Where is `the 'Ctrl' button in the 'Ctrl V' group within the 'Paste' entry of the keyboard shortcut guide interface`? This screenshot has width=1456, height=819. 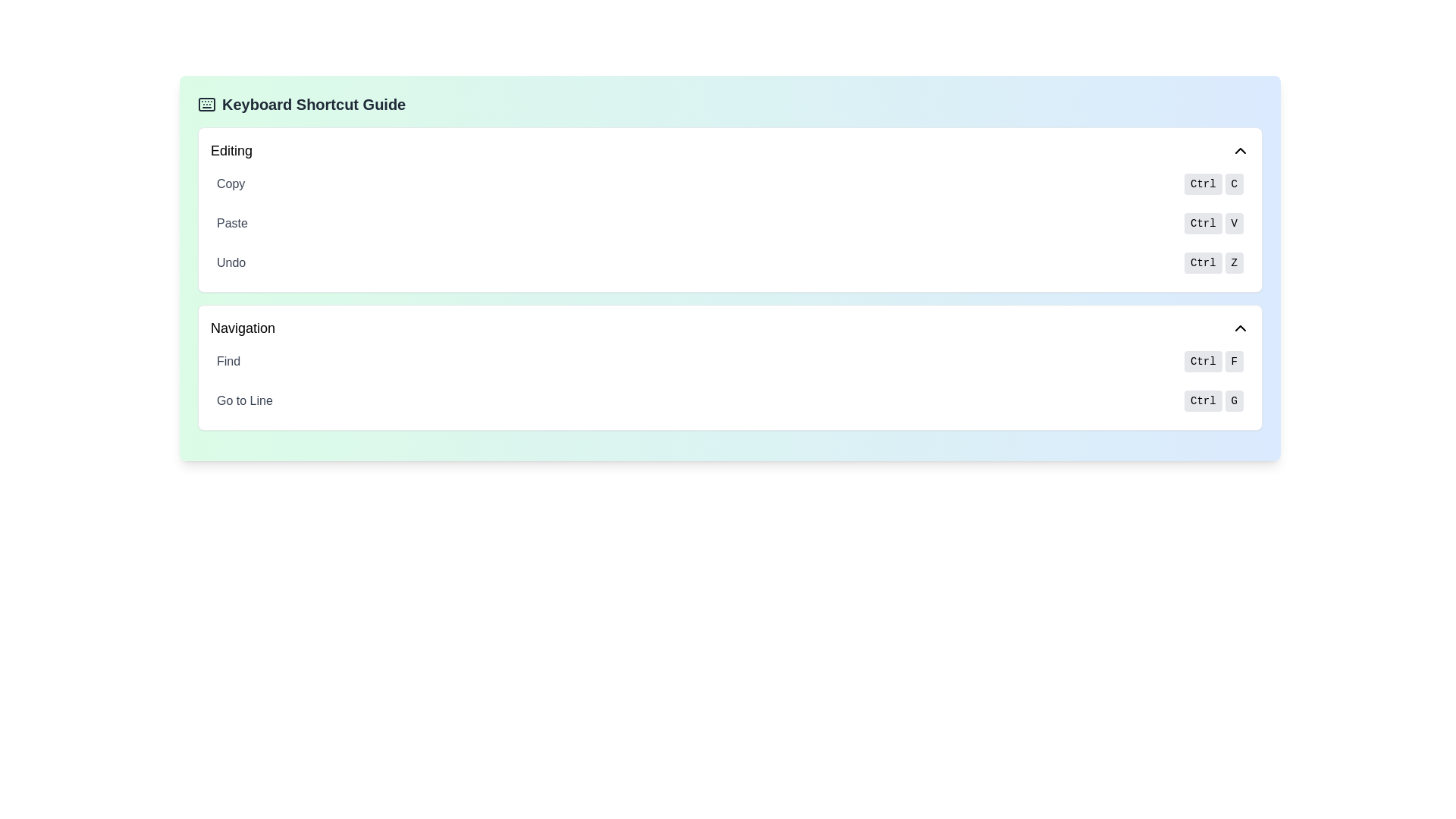
the 'Ctrl' button in the 'Ctrl V' group within the 'Paste' entry of the keyboard shortcut guide interface is located at coordinates (1202, 223).